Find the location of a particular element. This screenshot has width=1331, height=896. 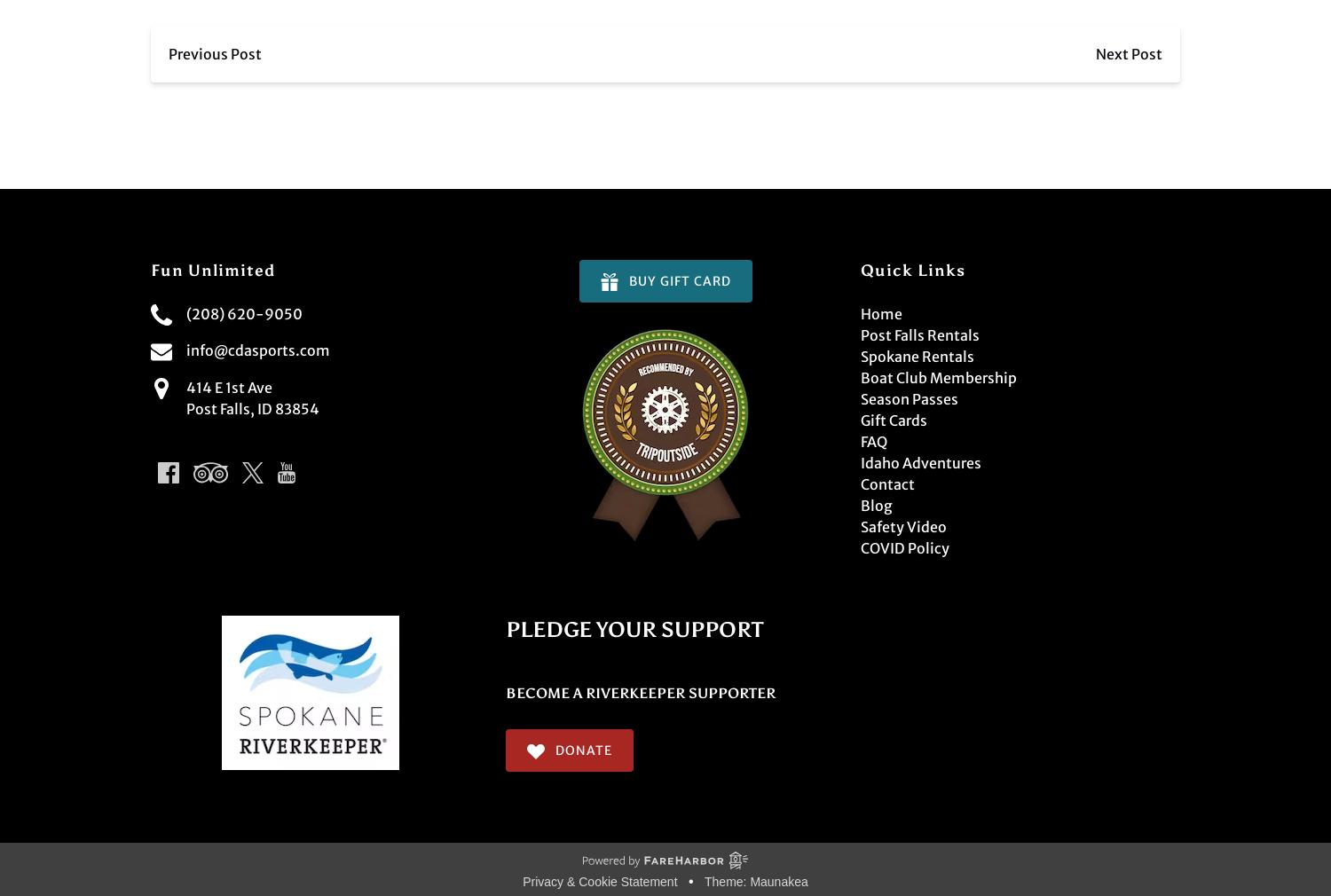

'PLEDGE YOUR SUPPORT' is located at coordinates (505, 627).